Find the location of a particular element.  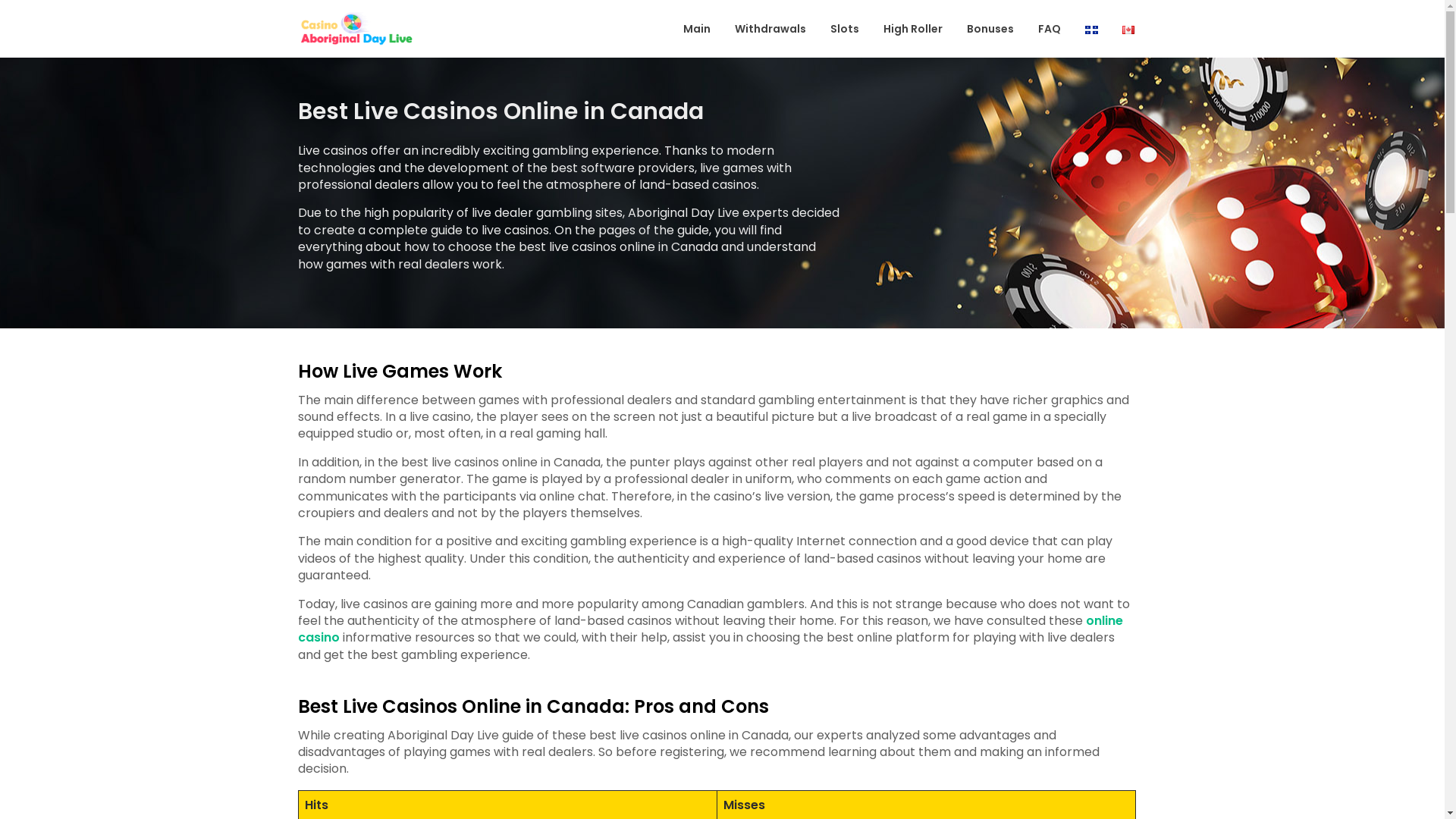

'Withdrawals' is located at coordinates (770, 29).